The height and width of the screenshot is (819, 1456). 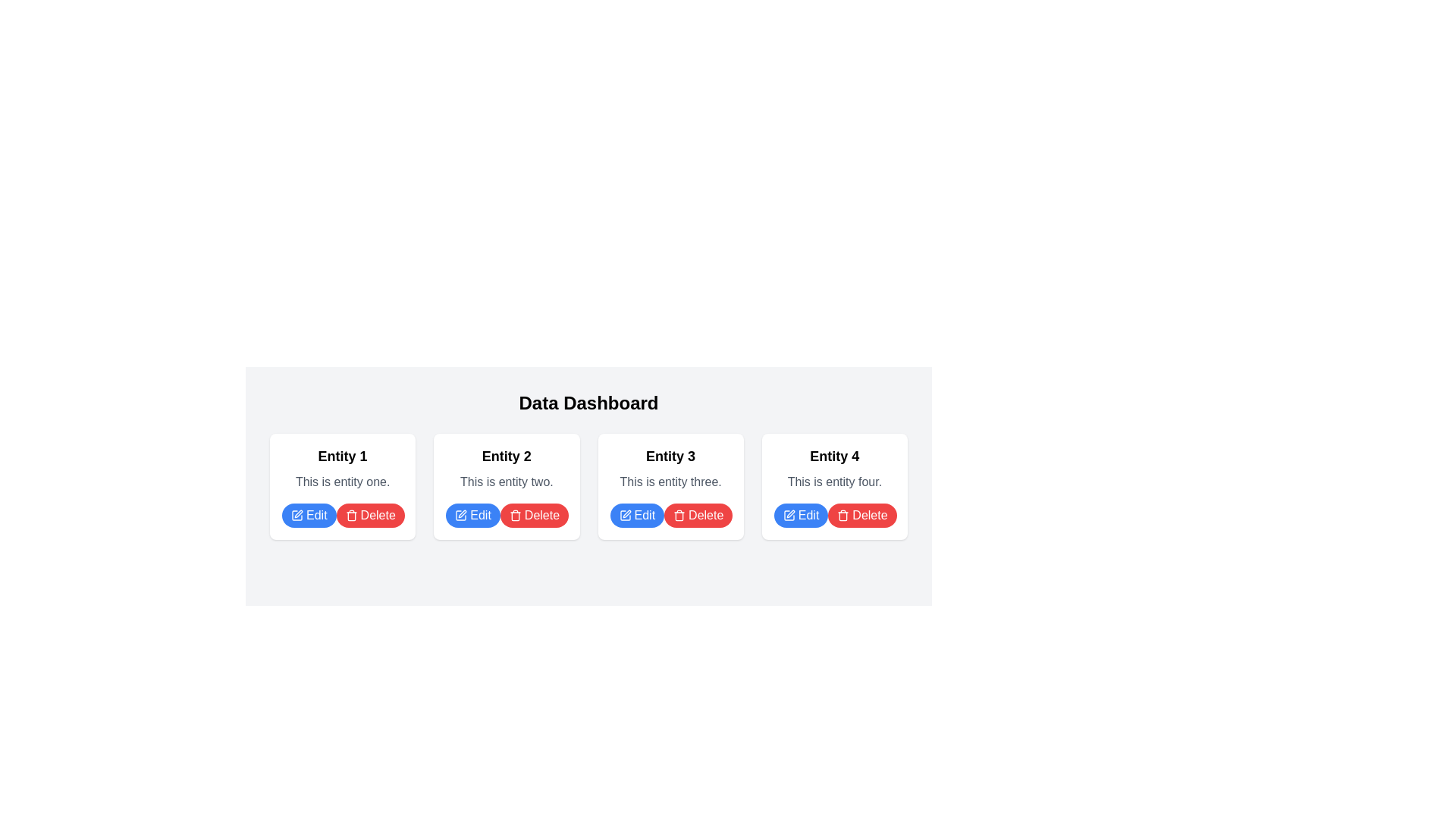 What do you see at coordinates (789, 514) in the screenshot?
I see `the 'Edit' button on the 'Entity 4' card in the 'Data Dashboard', which is represented by an icon located slightly above the bottom edge of the card` at bounding box center [789, 514].